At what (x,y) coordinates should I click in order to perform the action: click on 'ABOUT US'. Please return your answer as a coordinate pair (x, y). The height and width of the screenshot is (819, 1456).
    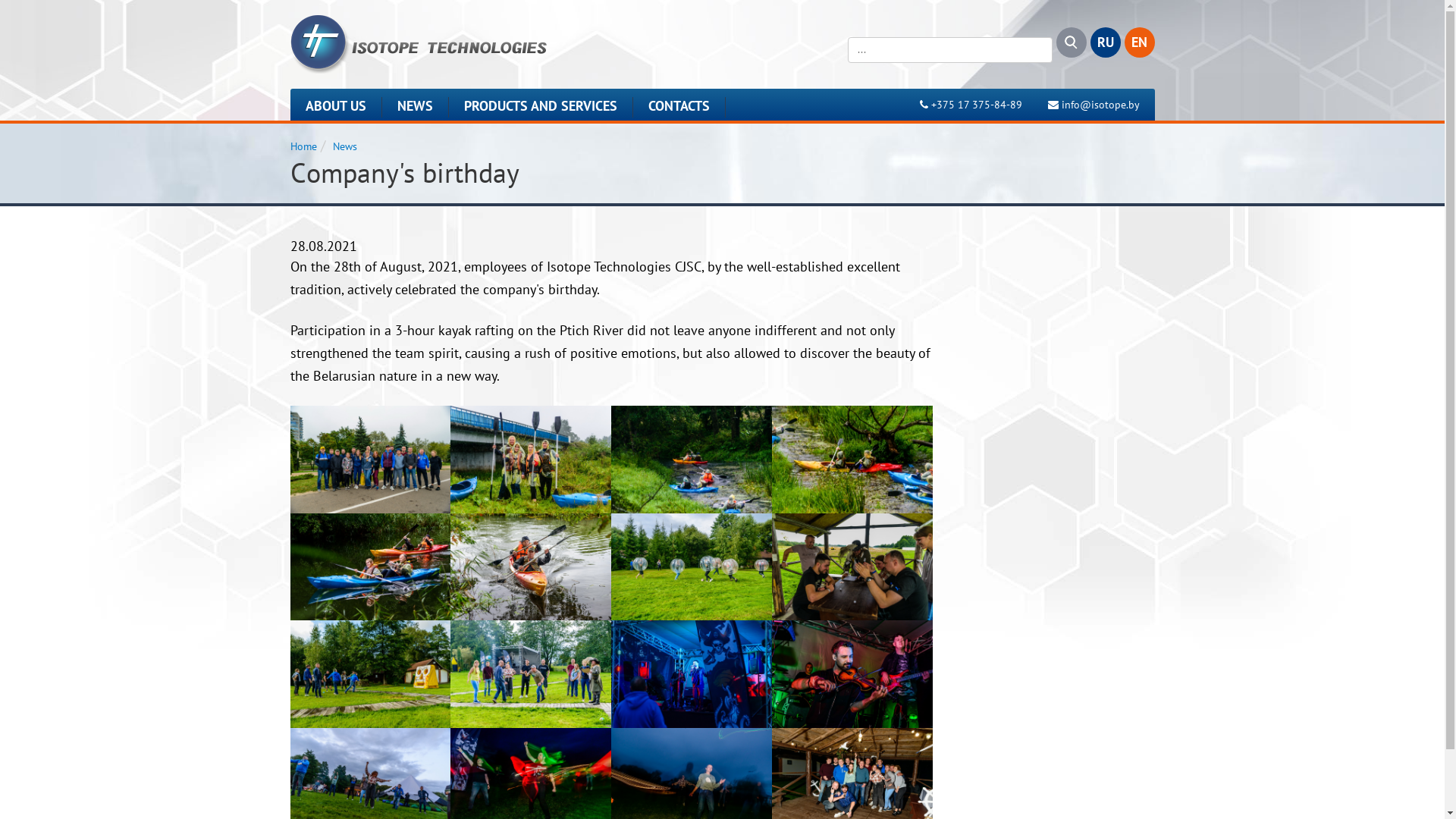
    Looking at the image, I should click on (334, 106).